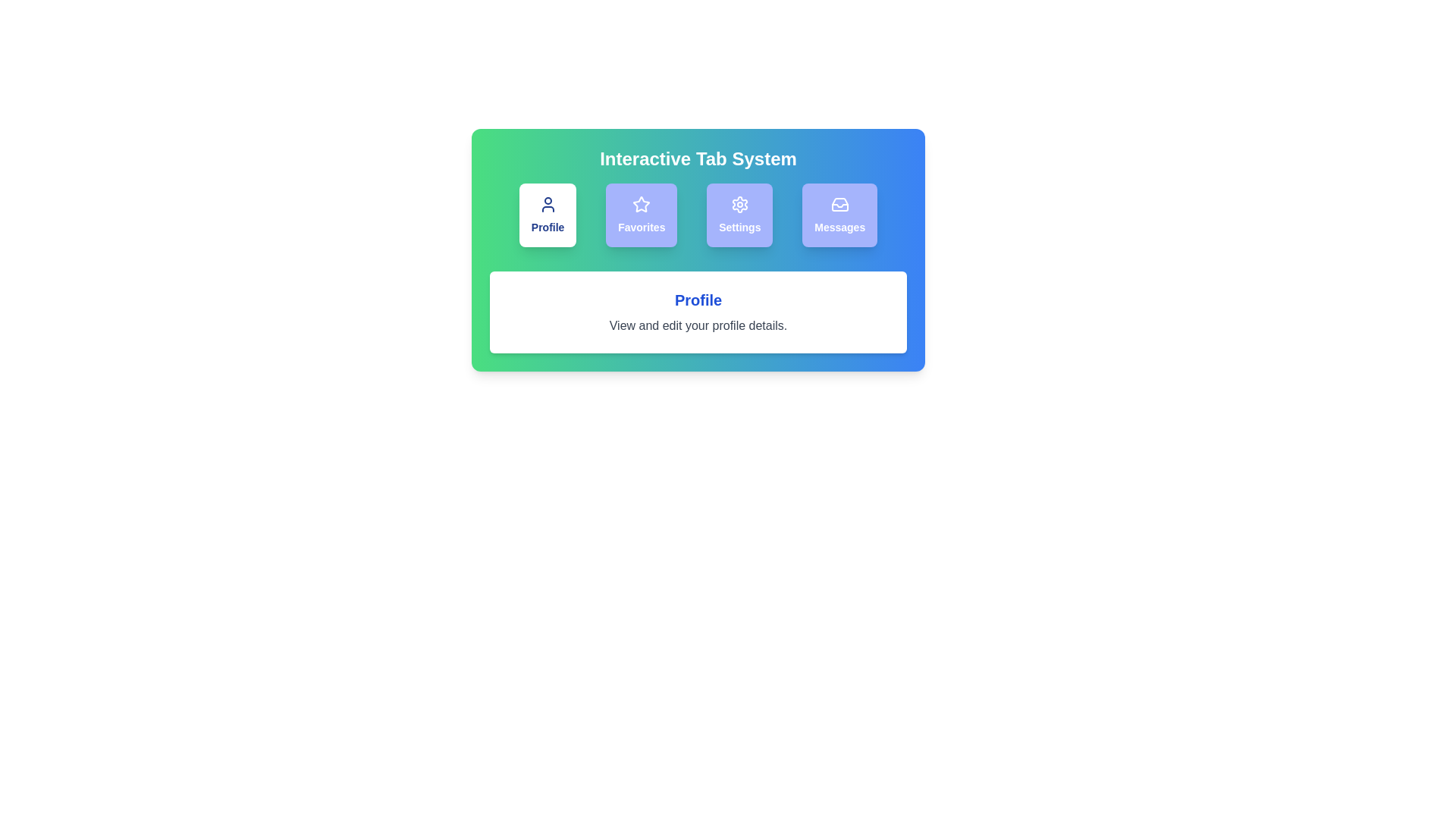 The height and width of the screenshot is (819, 1456). Describe the element at coordinates (839, 215) in the screenshot. I see `the tab labeled Messages to observe its hover effect` at that location.